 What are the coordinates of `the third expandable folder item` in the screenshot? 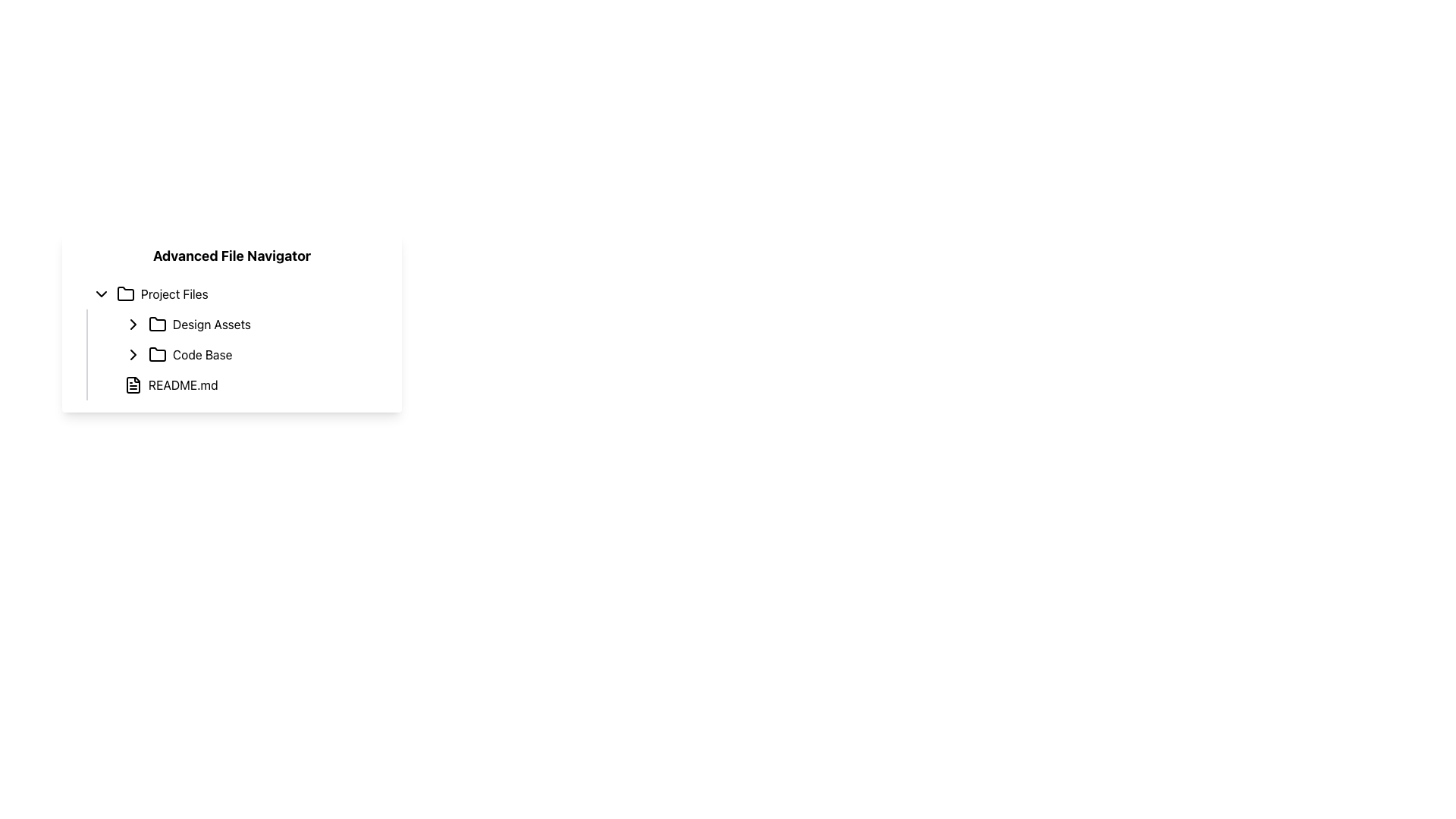 It's located at (254, 354).